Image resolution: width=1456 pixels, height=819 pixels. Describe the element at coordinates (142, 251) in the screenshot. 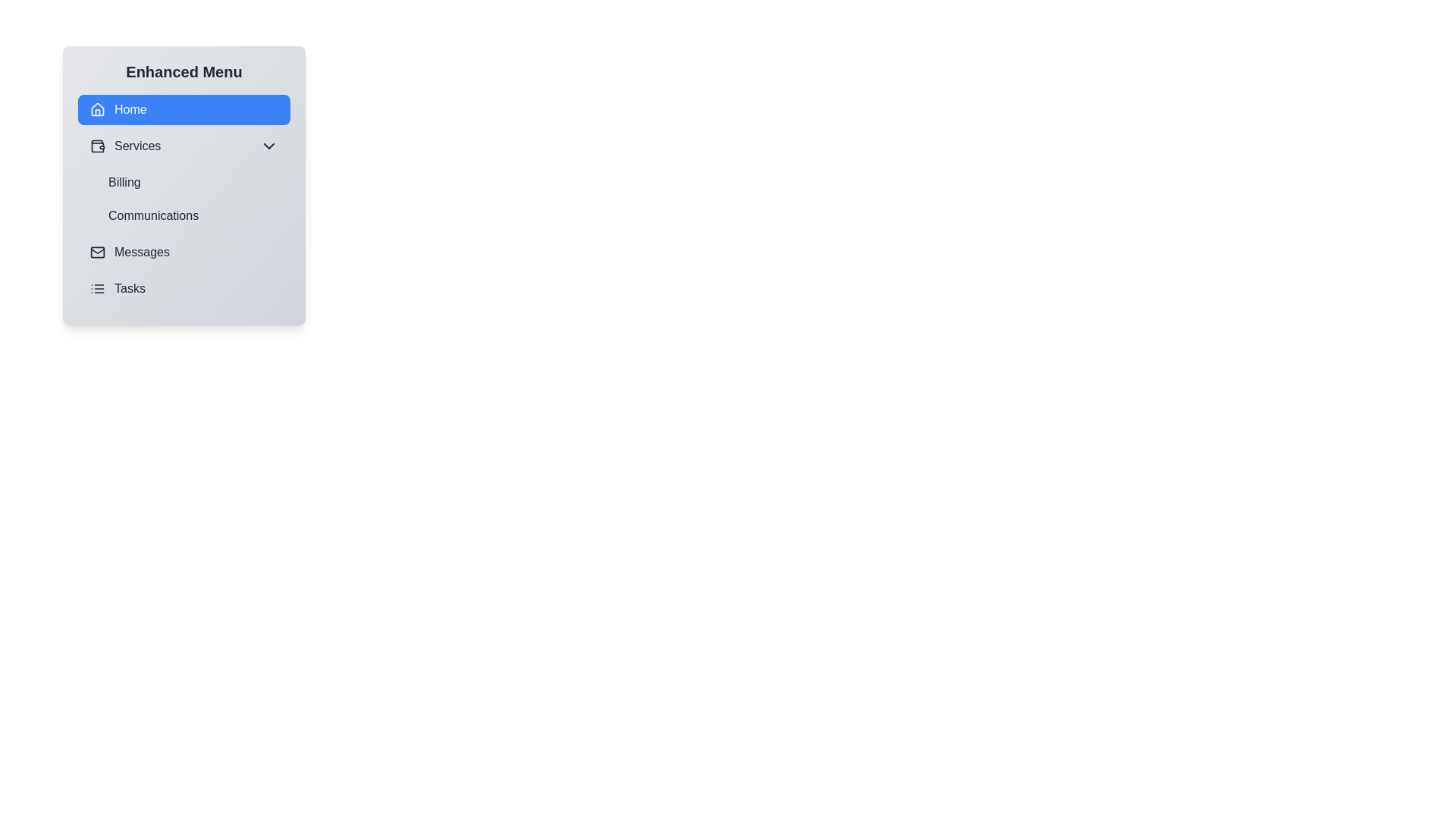

I see `'Messages' text label located in the vertical navigation menu, positioned to the right of the envelope icon` at that location.